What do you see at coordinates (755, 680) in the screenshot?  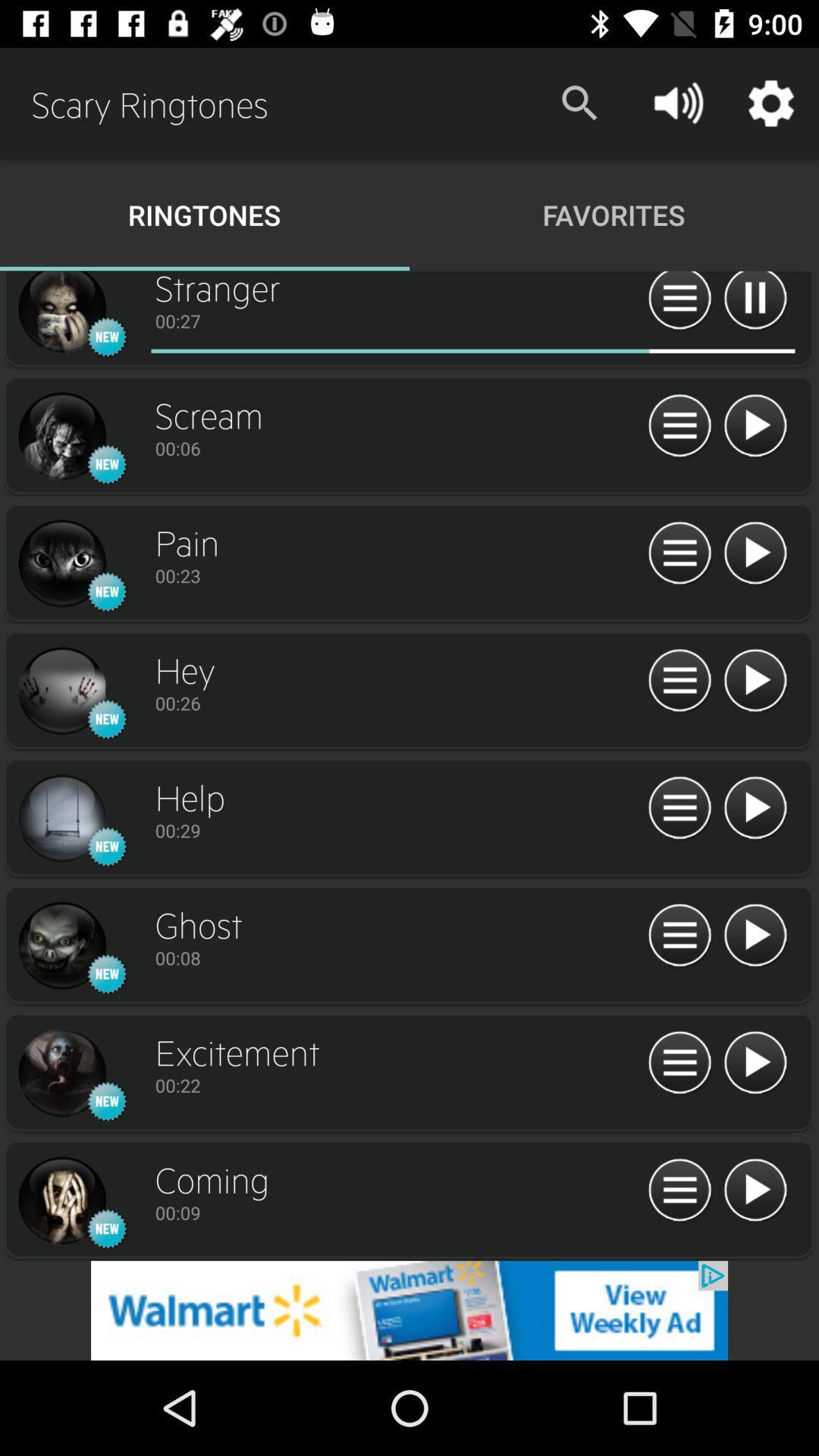 I see `the suggested song` at bounding box center [755, 680].